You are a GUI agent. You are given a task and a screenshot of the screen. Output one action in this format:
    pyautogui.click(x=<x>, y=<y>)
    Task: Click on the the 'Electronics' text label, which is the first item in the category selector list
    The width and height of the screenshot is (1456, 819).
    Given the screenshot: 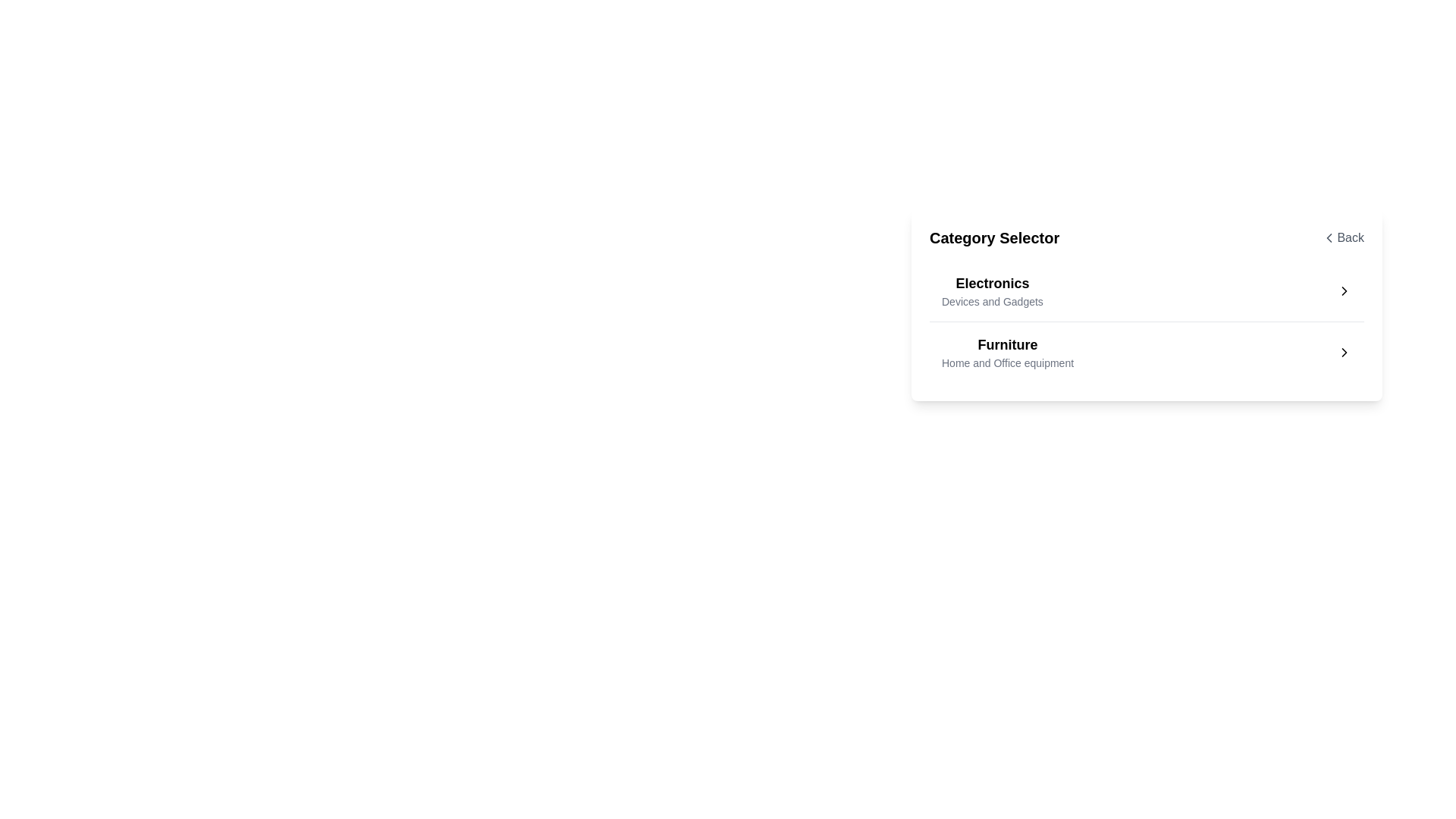 What is the action you would take?
    pyautogui.click(x=992, y=291)
    